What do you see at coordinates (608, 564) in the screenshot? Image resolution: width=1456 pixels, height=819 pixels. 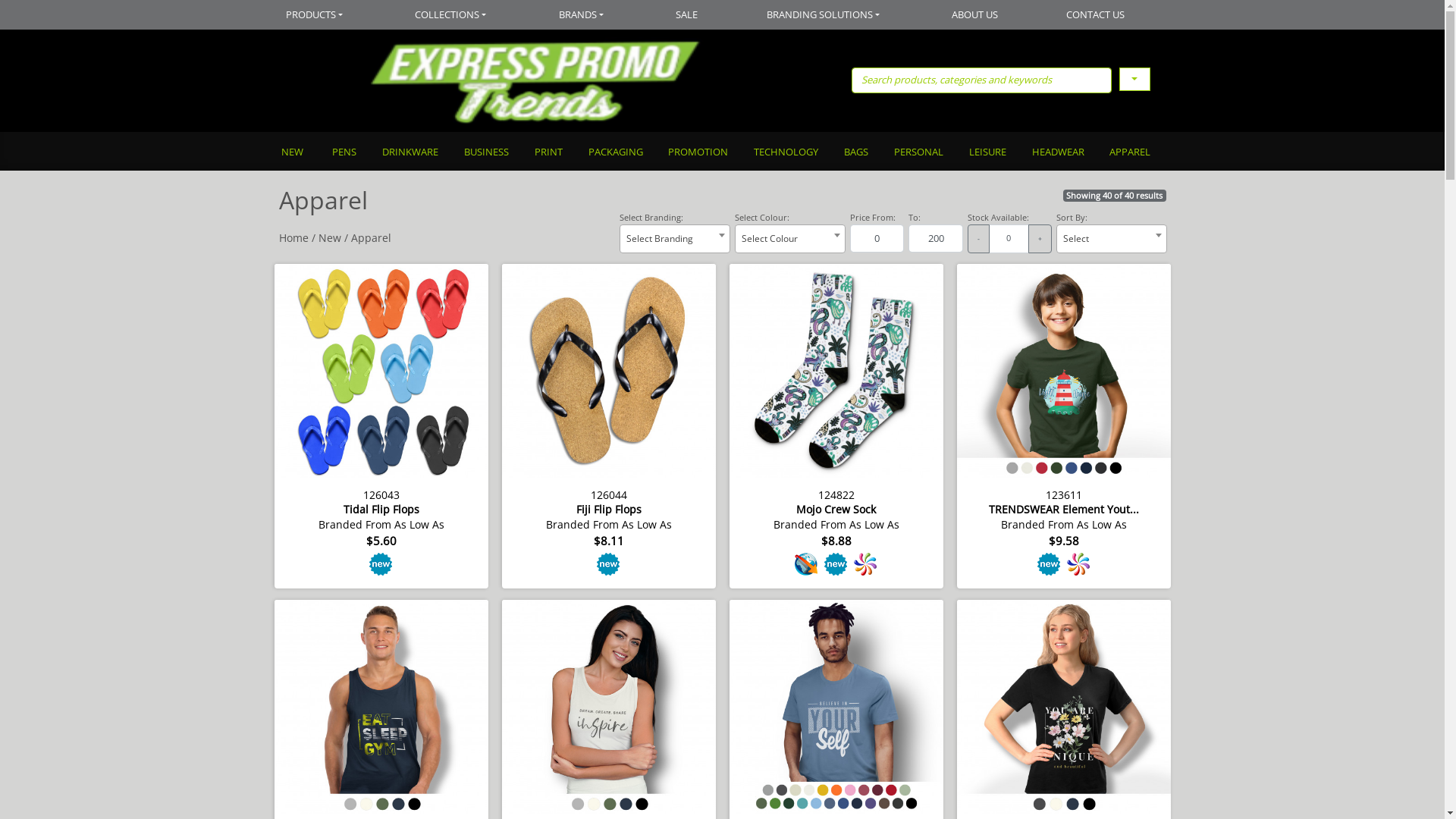 I see `'New Item.'` at bounding box center [608, 564].